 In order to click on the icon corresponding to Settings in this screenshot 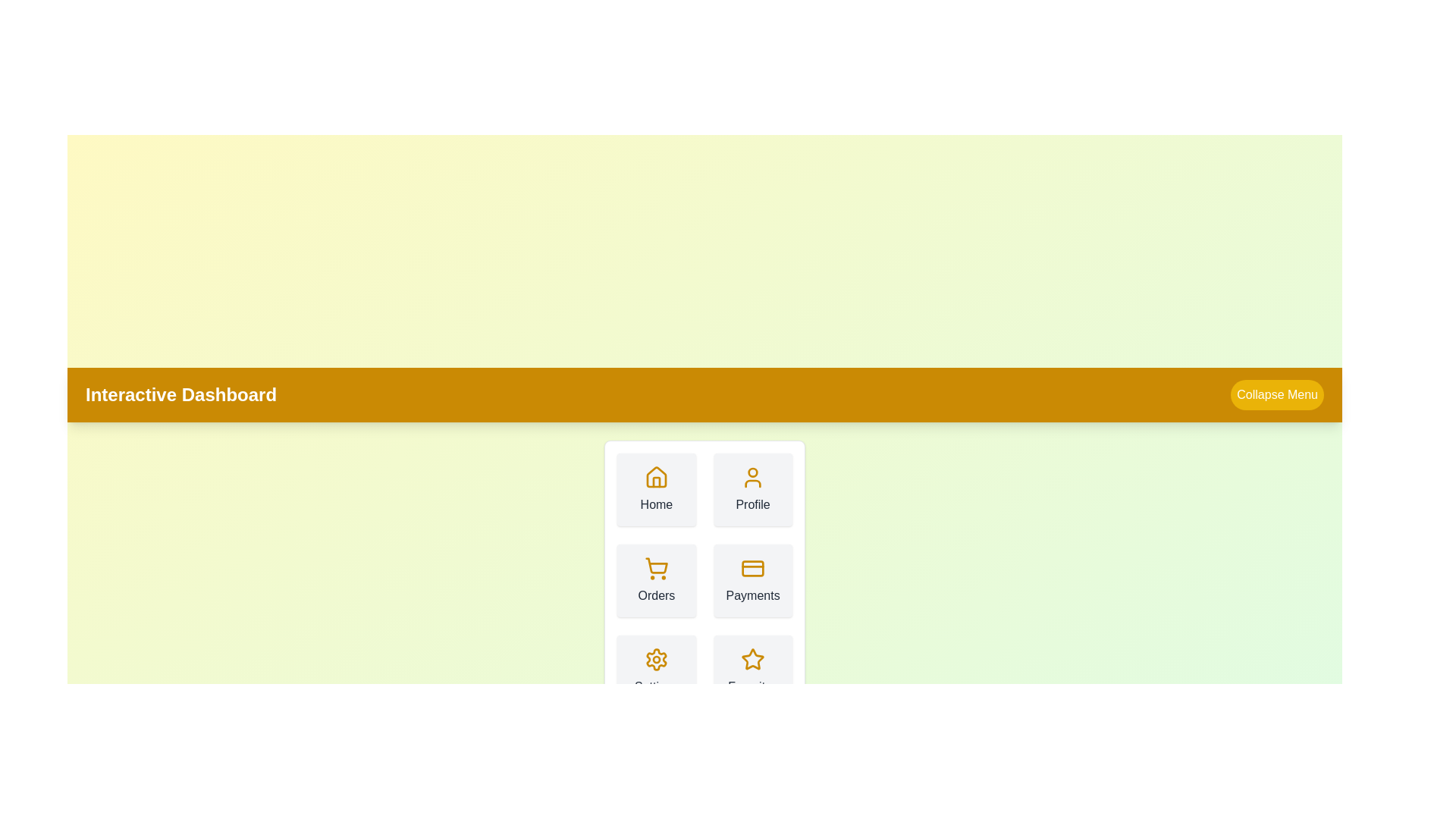, I will do `click(656, 659)`.